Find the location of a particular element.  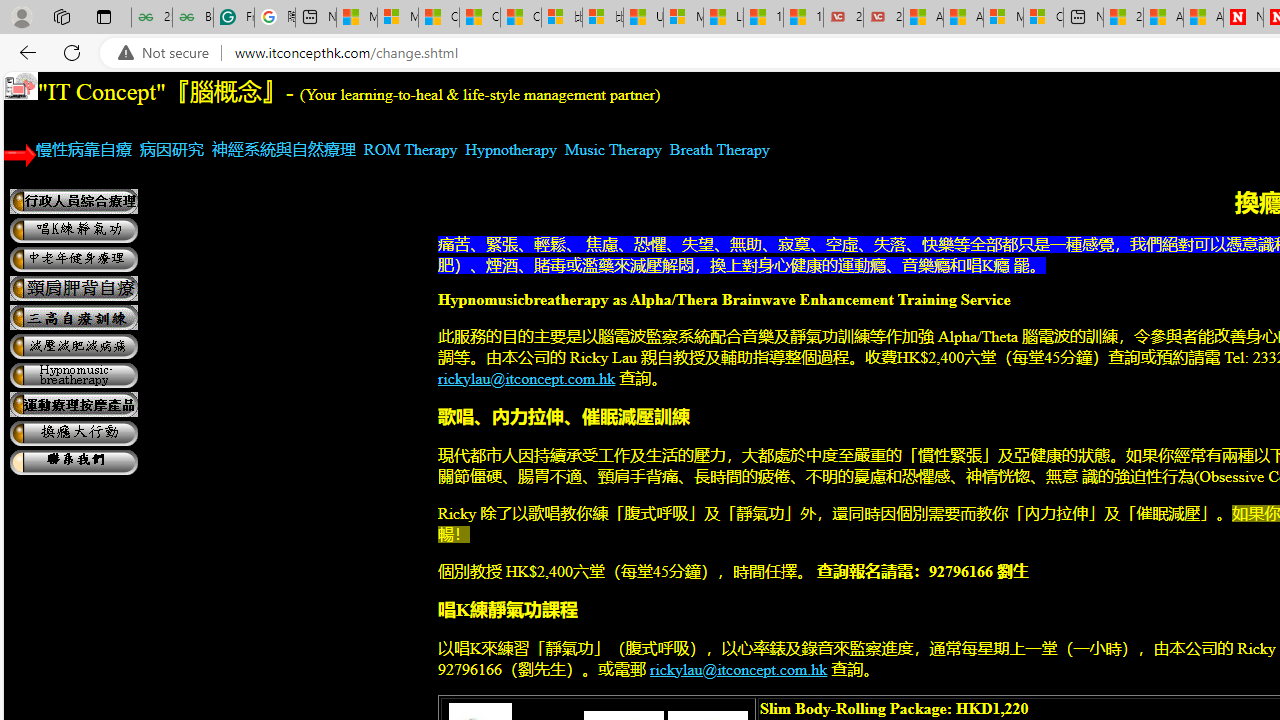

'21 Movies That Outdid the Books They Were Based On' is located at coordinates (882, 17).